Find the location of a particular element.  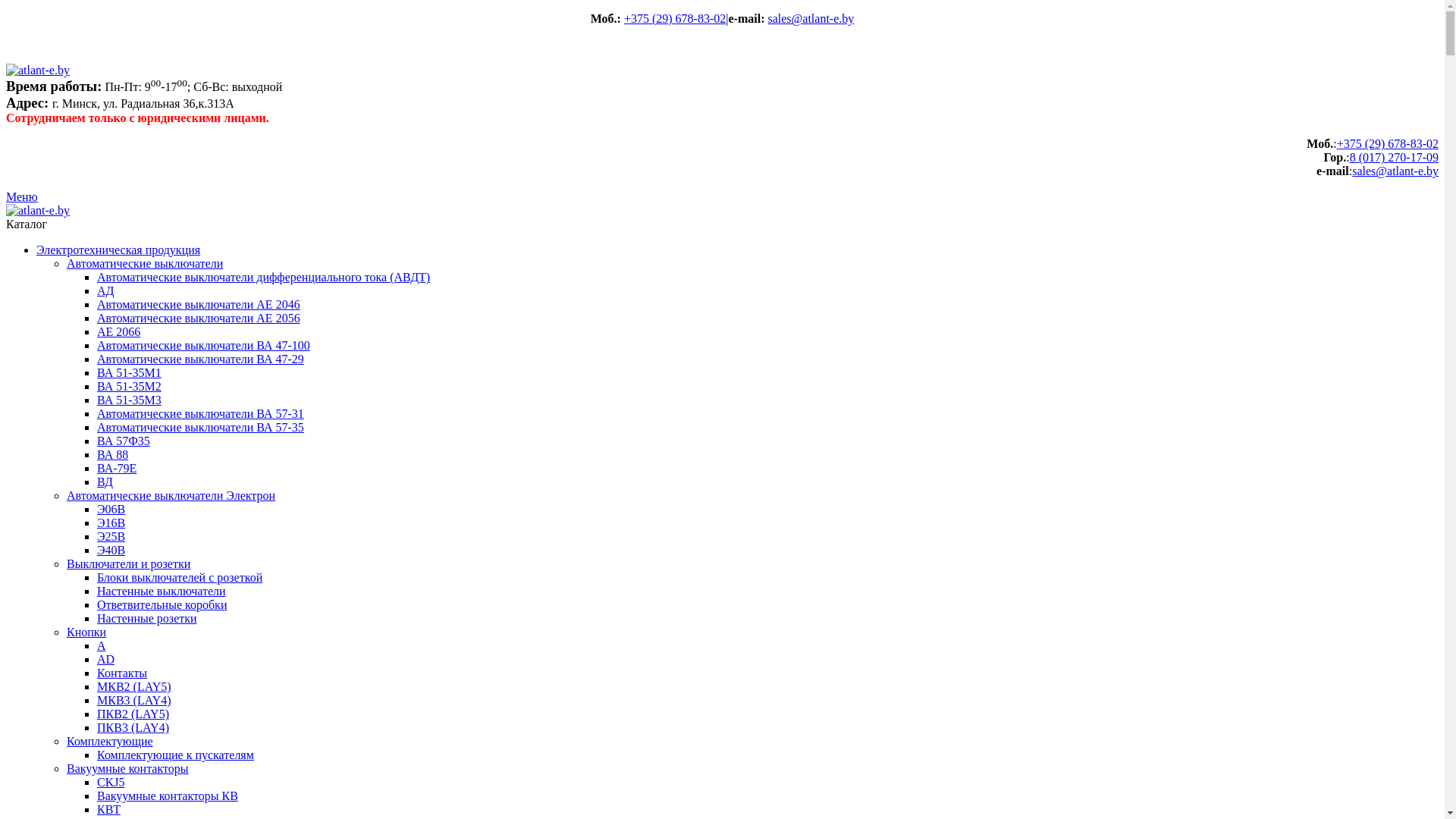

'8 (017) 270-17-09' is located at coordinates (1394, 157).